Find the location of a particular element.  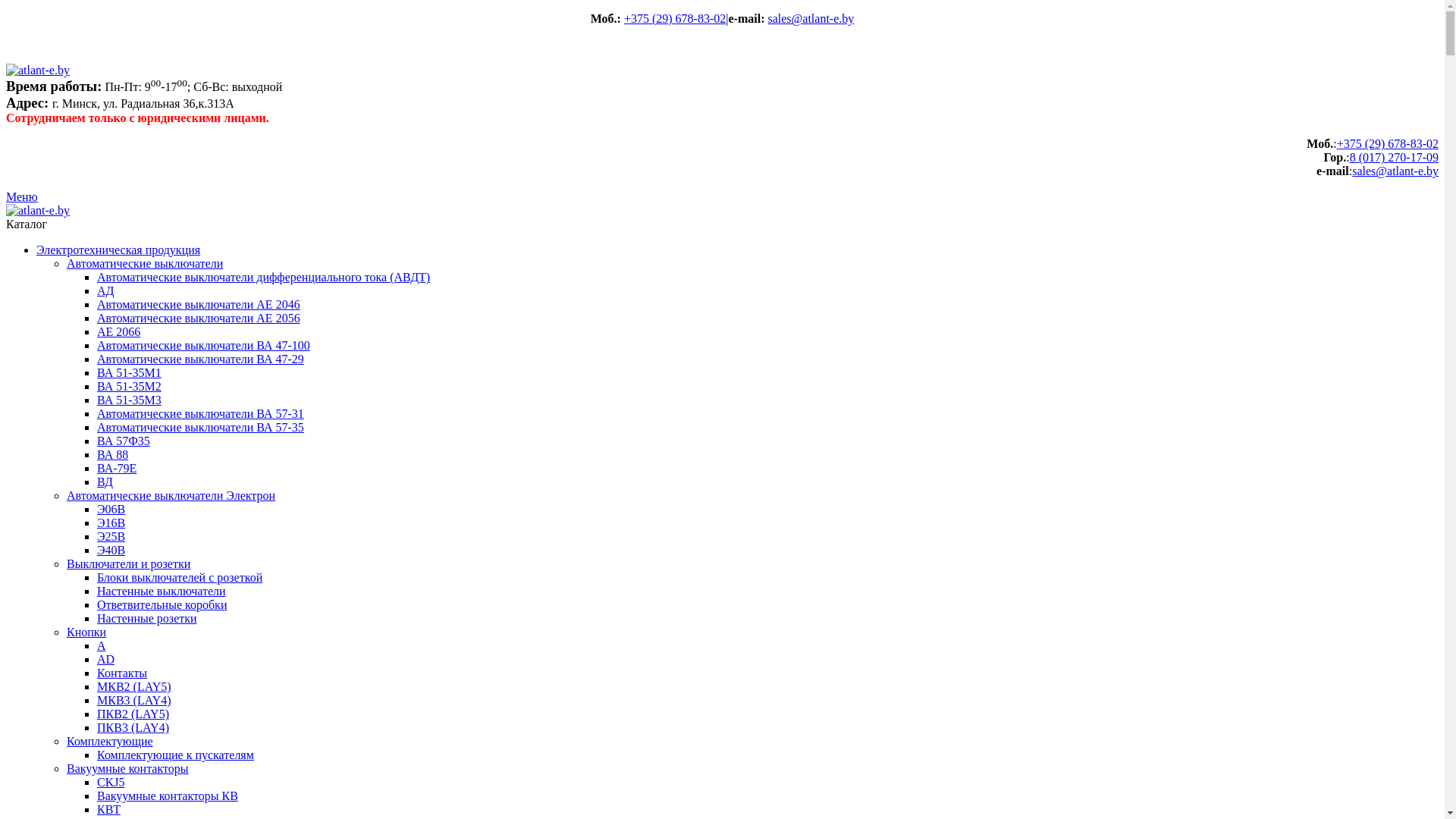

'8 (017) 270-17-09' is located at coordinates (1394, 157).